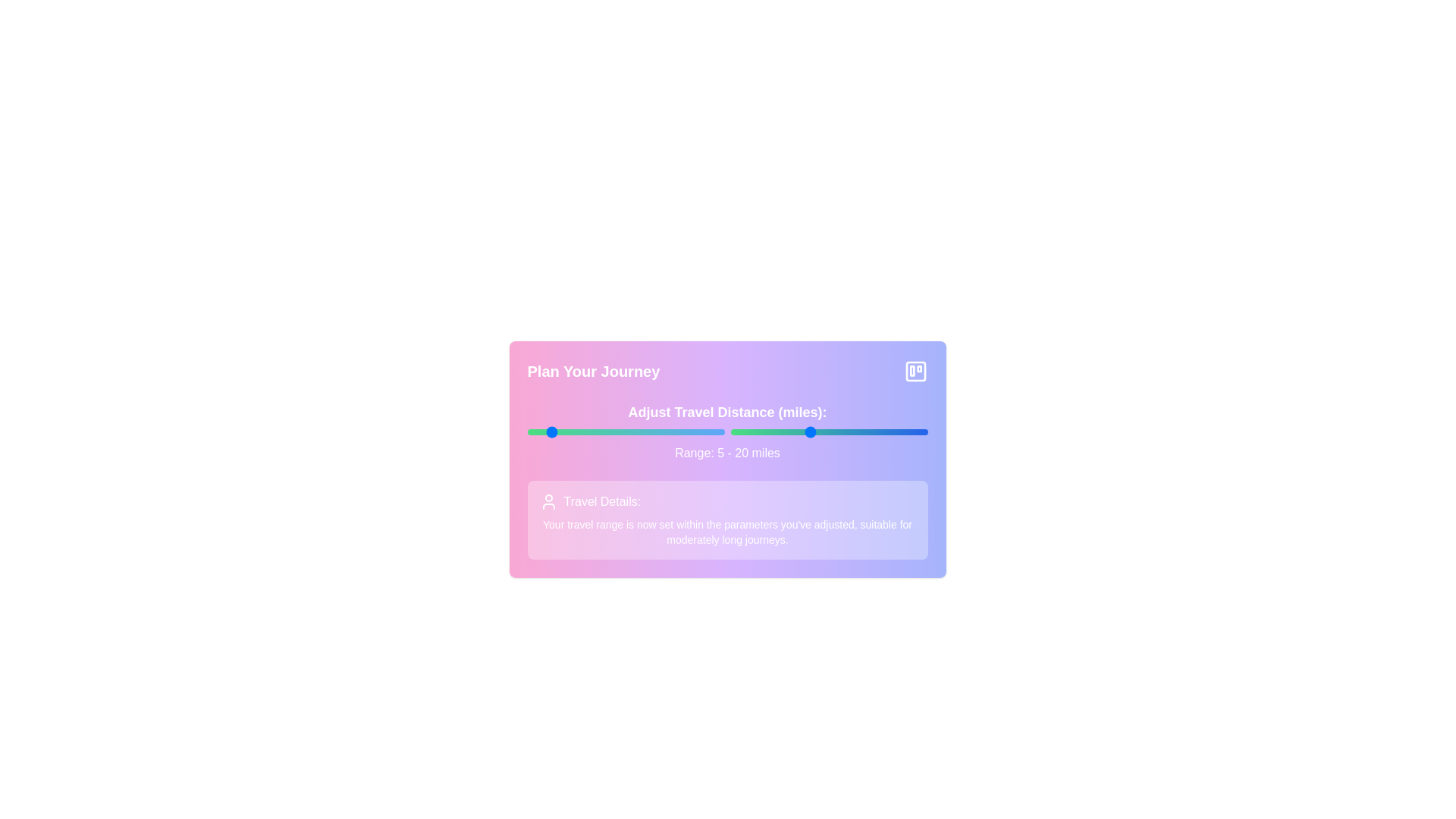 The image size is (1456, 819). Describe the element at coordinates (801, 432) in the screenshot. I see `the travel distance` at that location.